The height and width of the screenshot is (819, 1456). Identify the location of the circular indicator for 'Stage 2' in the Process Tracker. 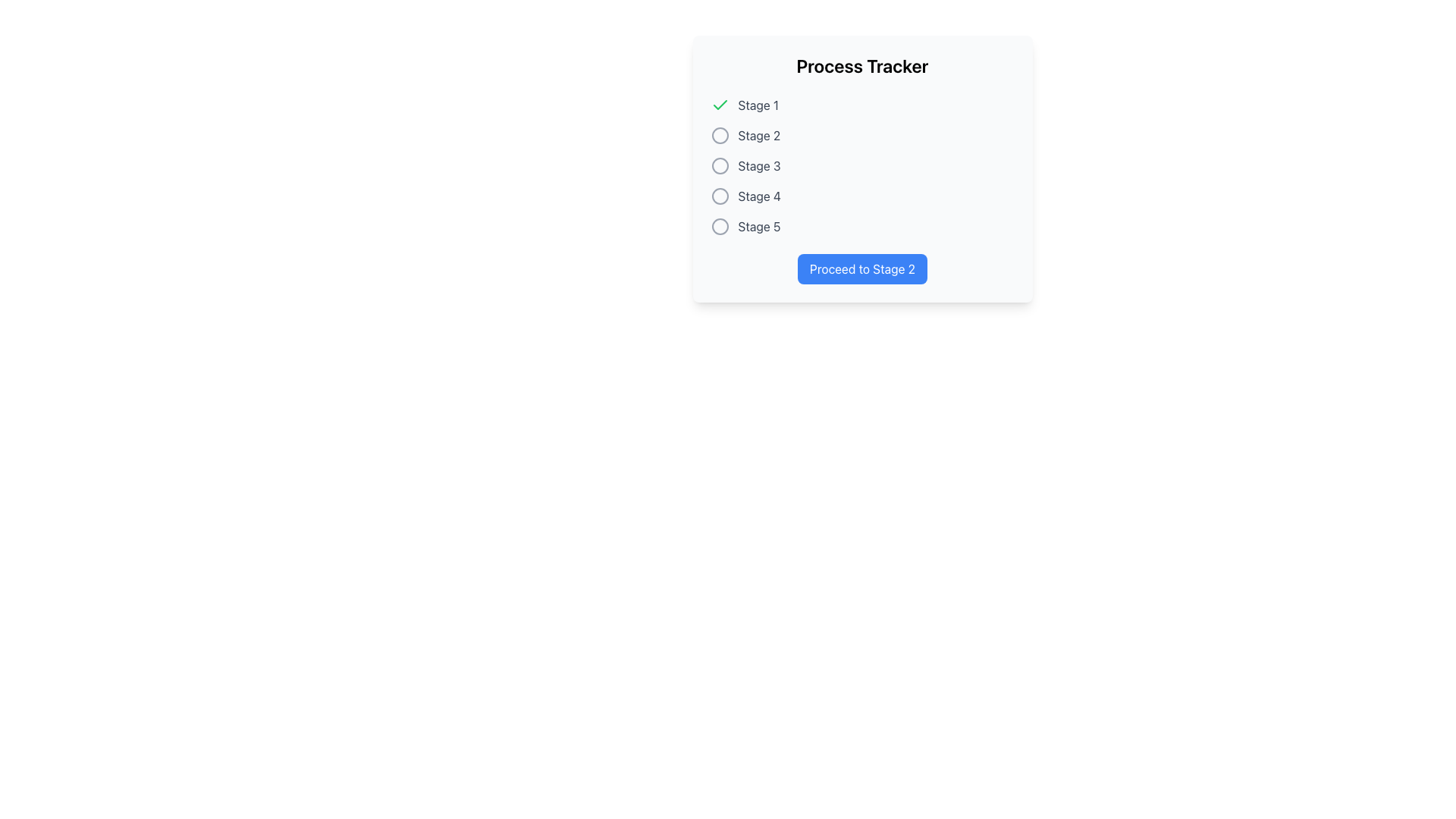
(719, 134).